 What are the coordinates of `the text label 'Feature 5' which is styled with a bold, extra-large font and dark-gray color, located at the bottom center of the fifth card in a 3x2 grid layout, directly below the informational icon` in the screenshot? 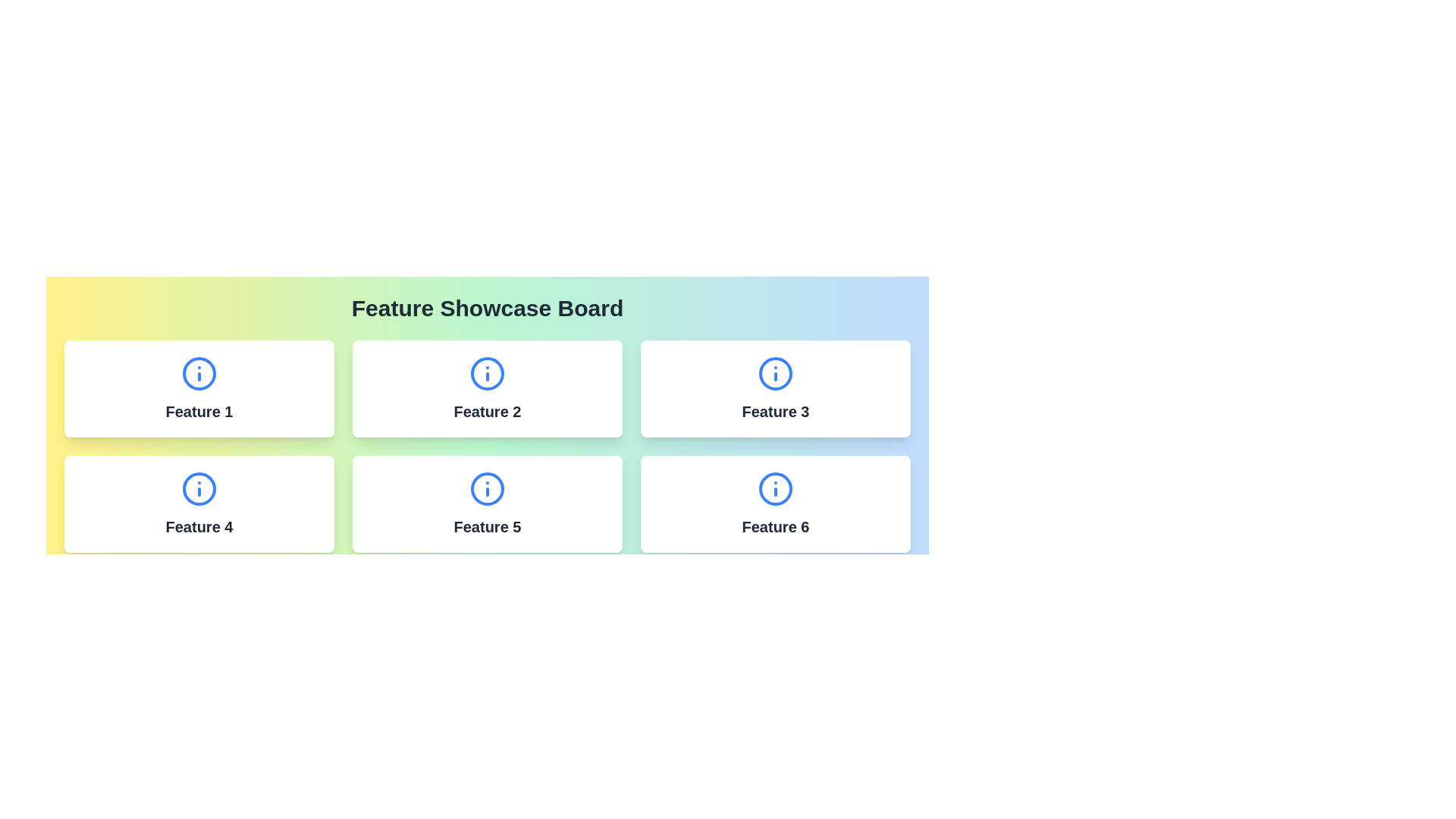 It's located at (488, 526).